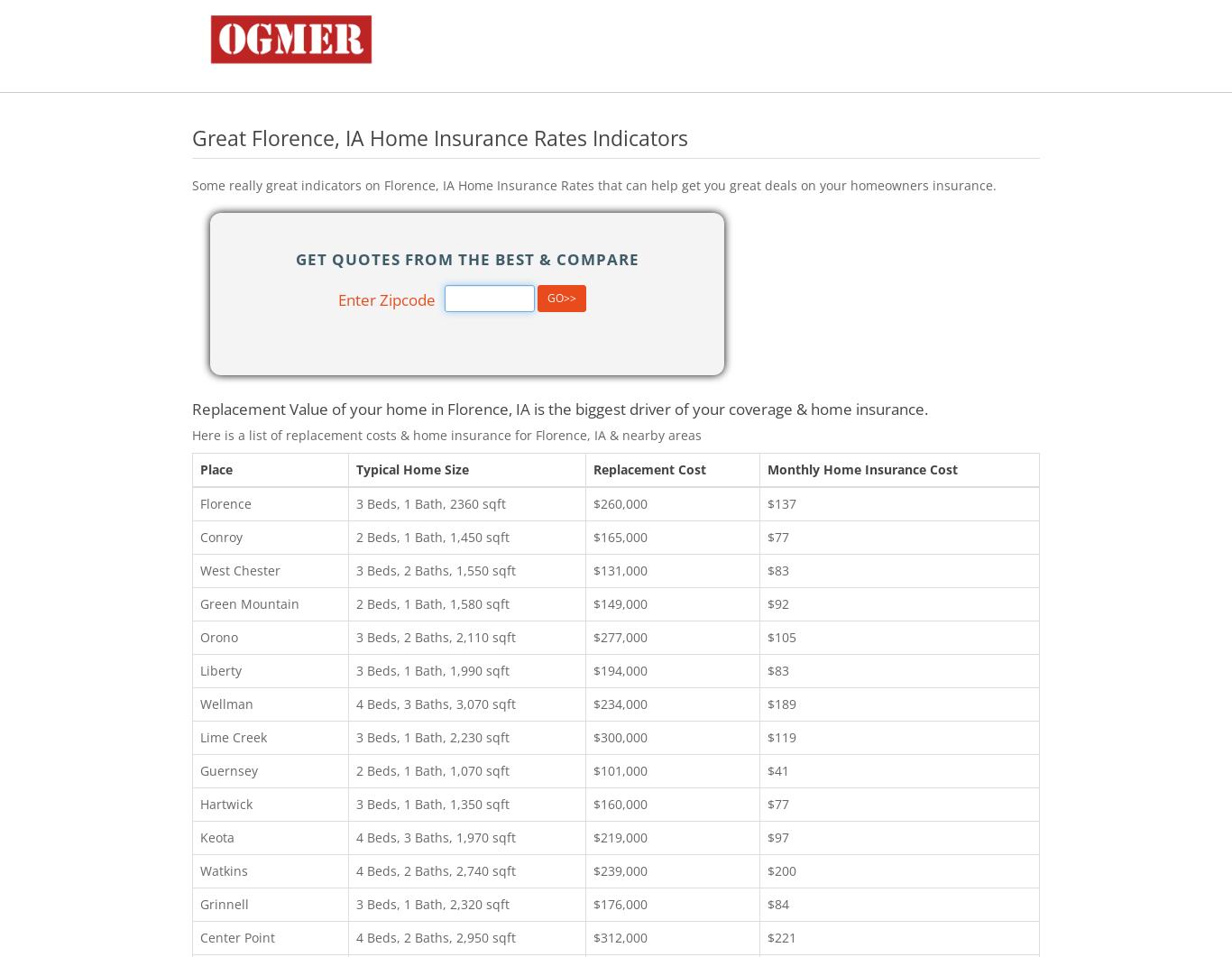 The width and height of the screenshot is (1232, 957). Describe the element at coordinates (621, 635) in the screenshot. I see `'$277,000'` at that location.